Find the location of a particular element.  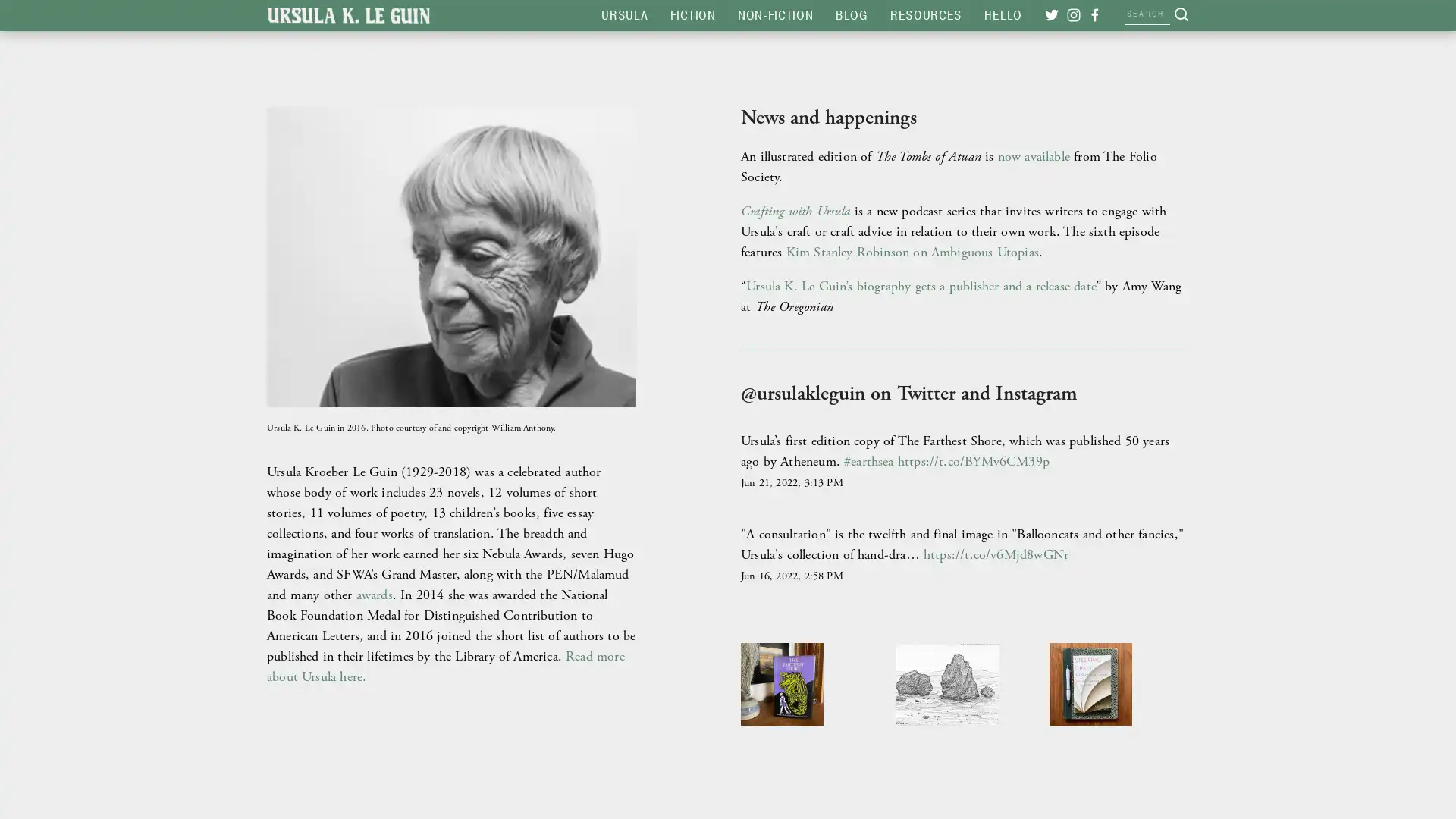

View fullsize &ldquo;A writer who wants to write good stuff needs to read great stuff. If you don&rsquo;t read widely, or read only writers in fashion at the moment, you&rsquo;ll have a limited idea of what can be done with the English language.&rdquo; &mdash;fr is located at coordinates (1119, 711).